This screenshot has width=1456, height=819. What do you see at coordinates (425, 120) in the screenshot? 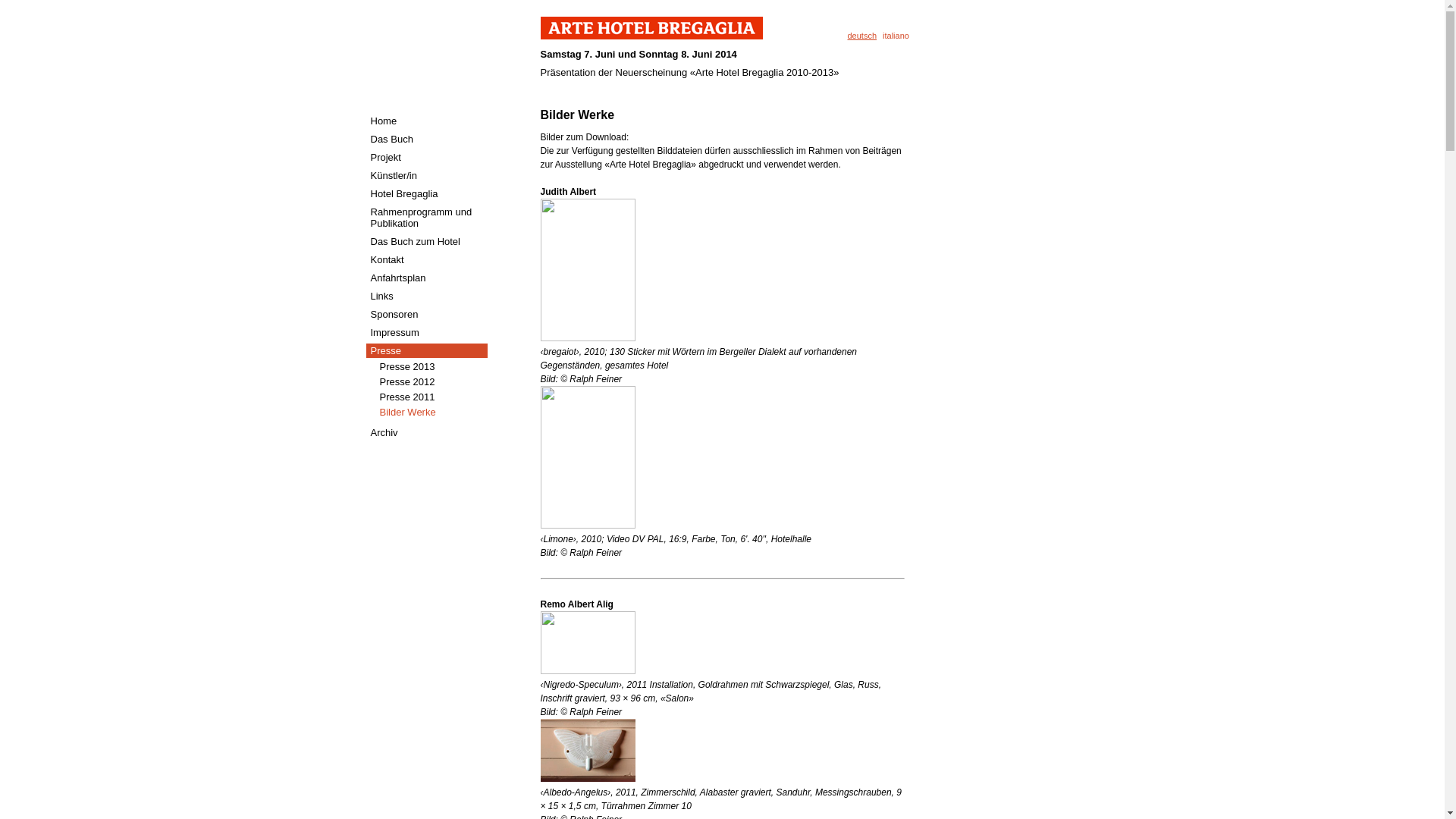
I see `'Home'` at bounding box center [425, 120].